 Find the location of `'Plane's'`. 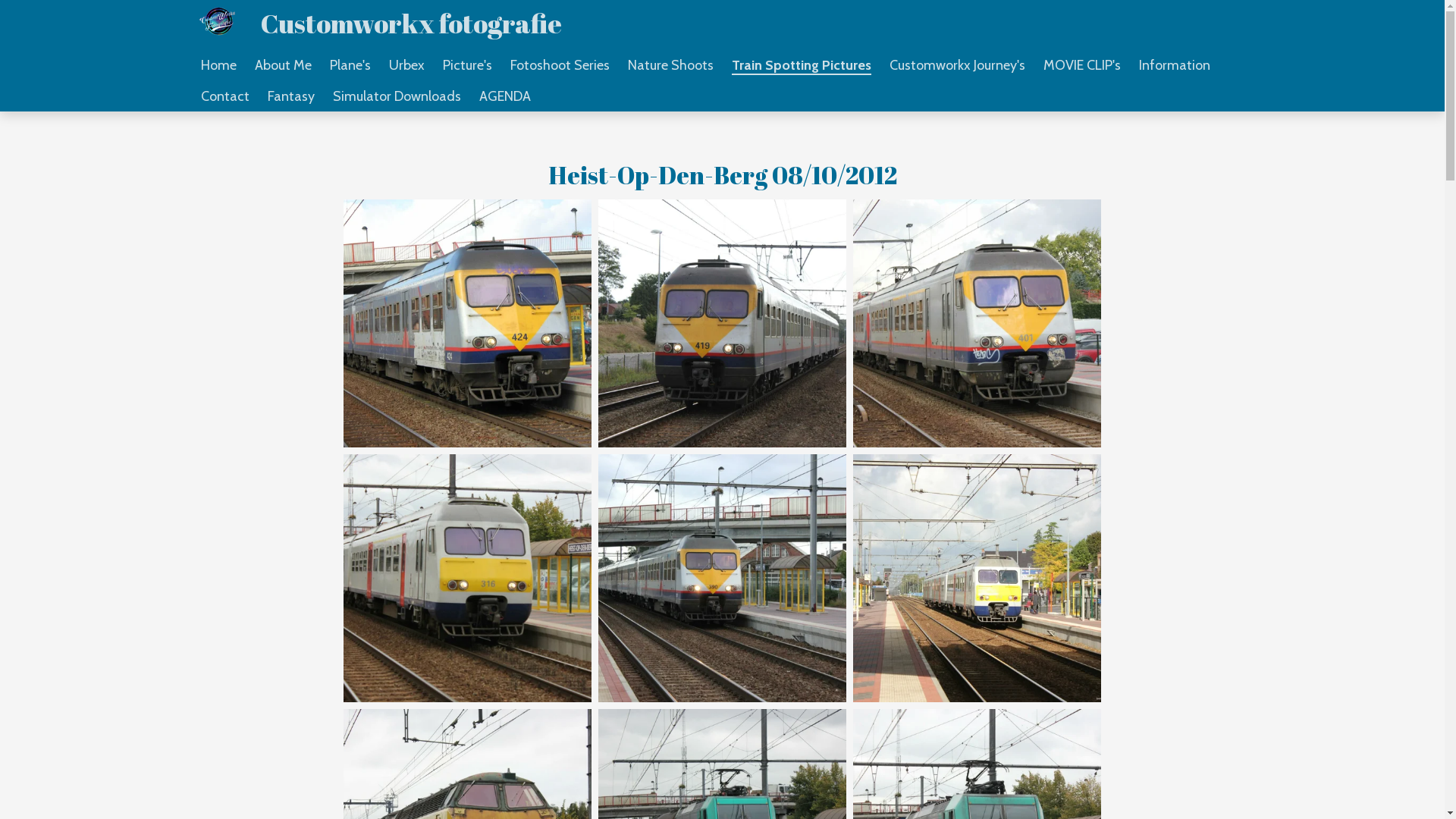

'Plane's' is located at coordinates (348, 64).